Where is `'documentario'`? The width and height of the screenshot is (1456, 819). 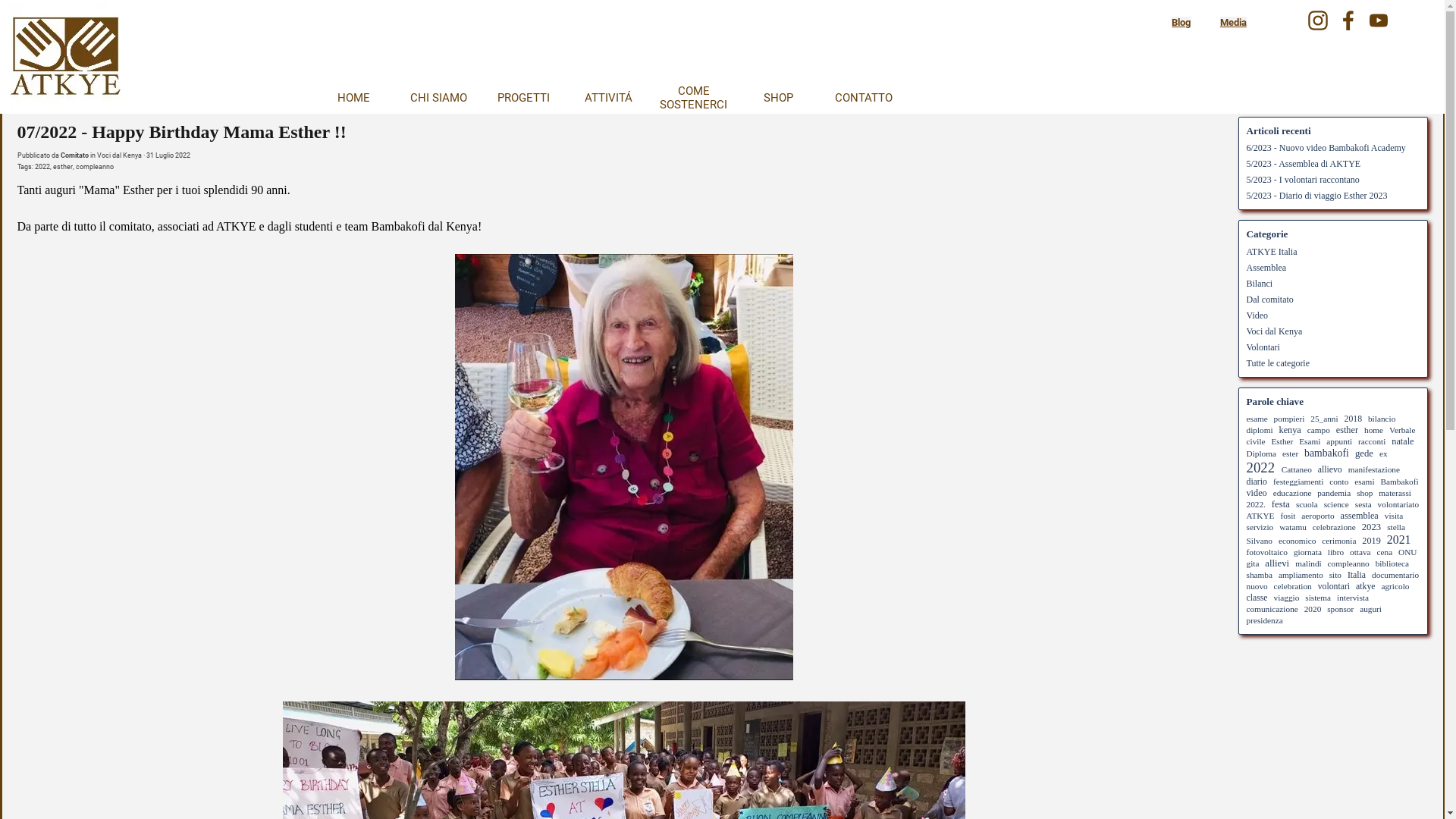 'documentario' is located at coordinates (1395, 575).